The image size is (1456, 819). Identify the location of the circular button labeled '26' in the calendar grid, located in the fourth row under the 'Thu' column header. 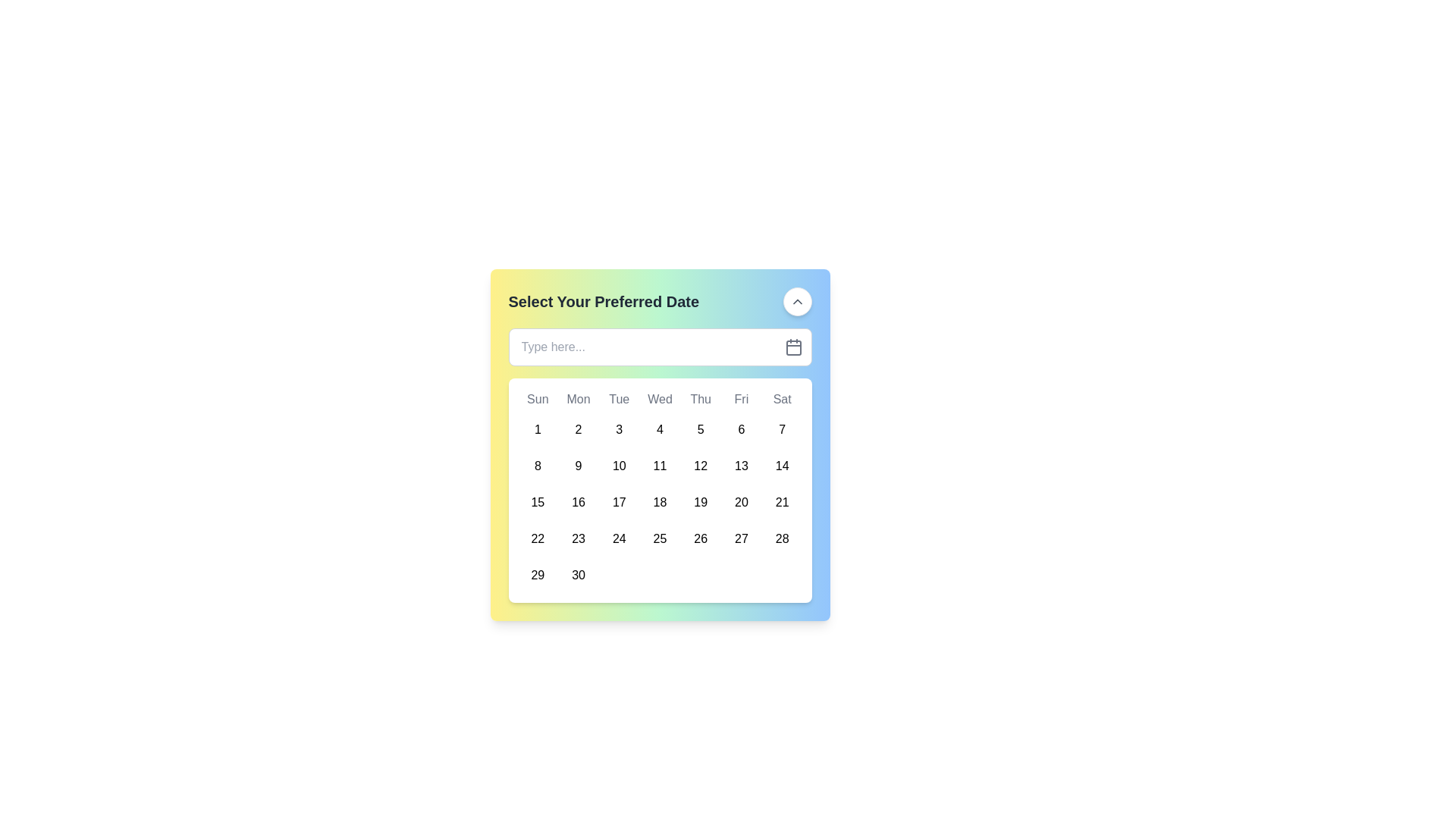
(700, 538).